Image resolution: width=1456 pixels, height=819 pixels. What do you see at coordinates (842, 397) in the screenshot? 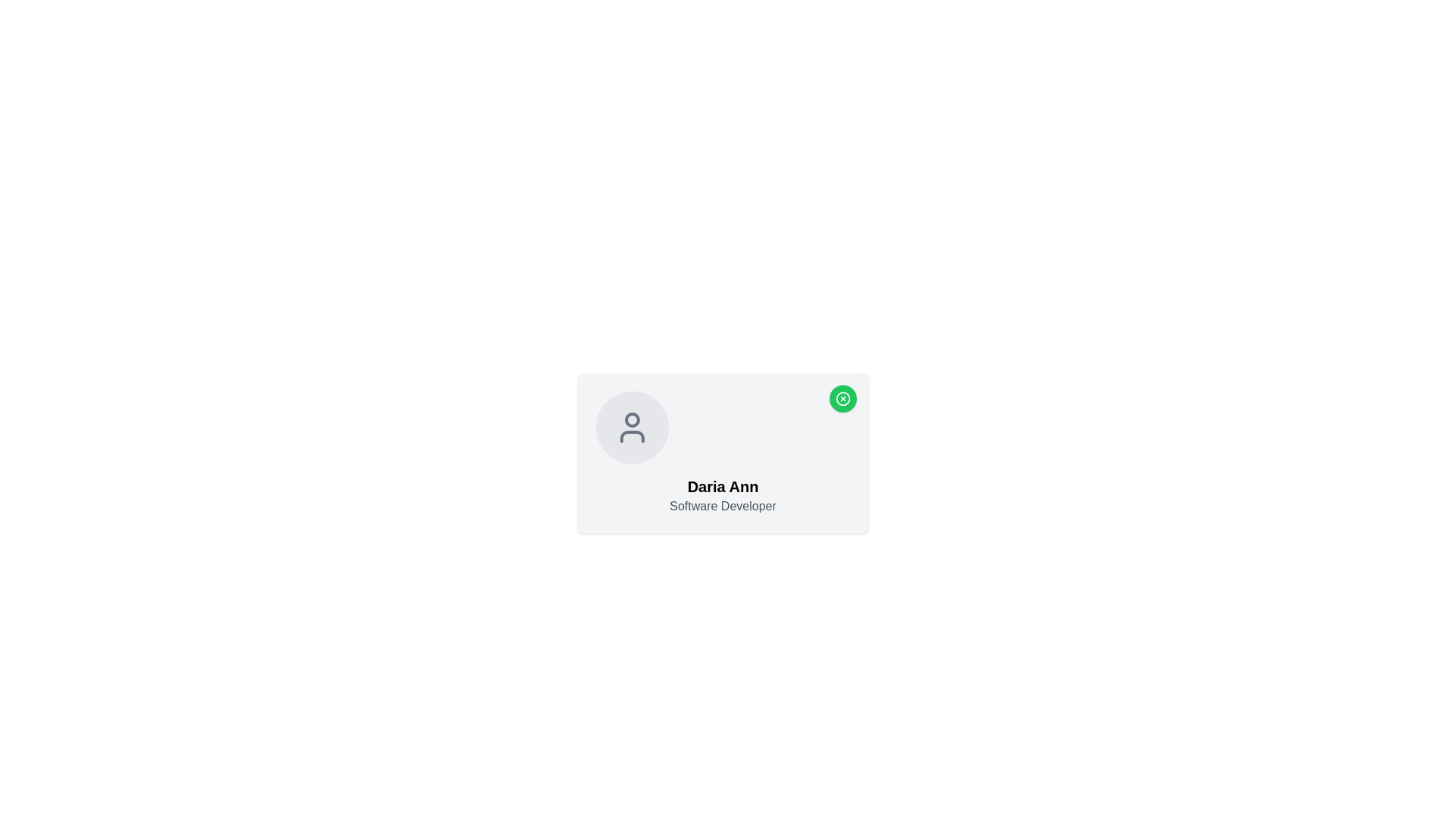
I see `the SVG circle graphic that represents a part of a close or dismiss icon, located in the upper-right portion of a card-like component` at bounding box center [842, 397].